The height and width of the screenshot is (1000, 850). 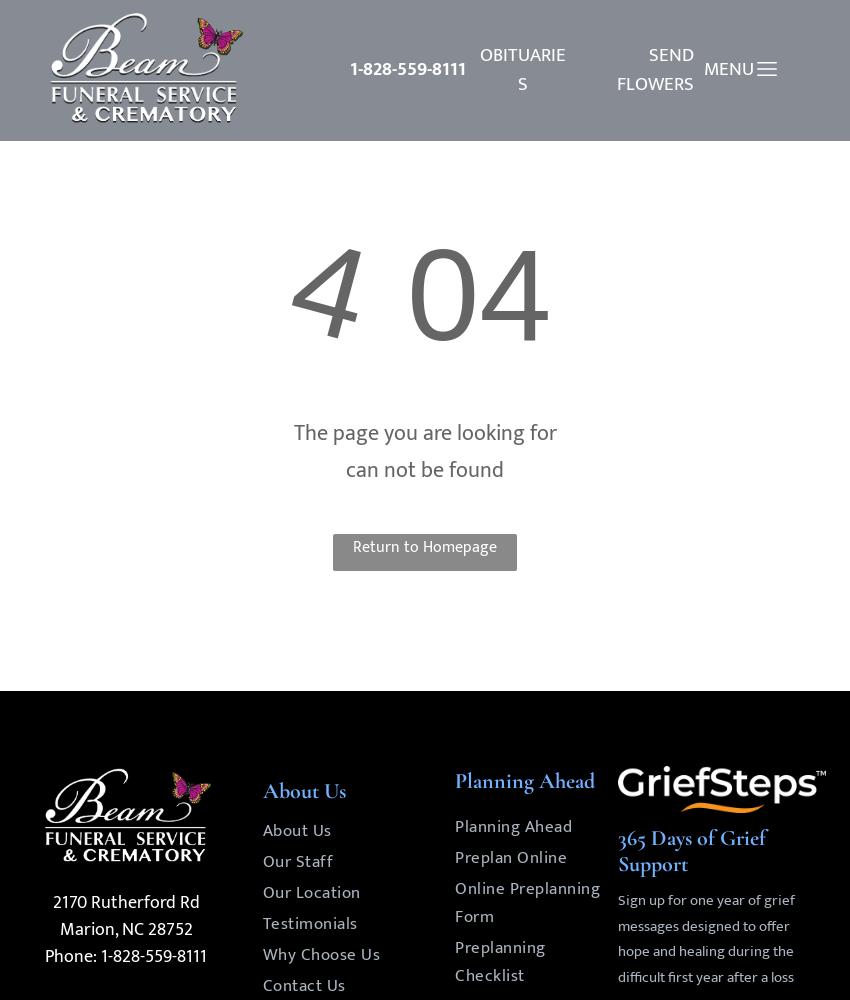 I want to click on 'Preplan Online', so click(x=510, y=856).